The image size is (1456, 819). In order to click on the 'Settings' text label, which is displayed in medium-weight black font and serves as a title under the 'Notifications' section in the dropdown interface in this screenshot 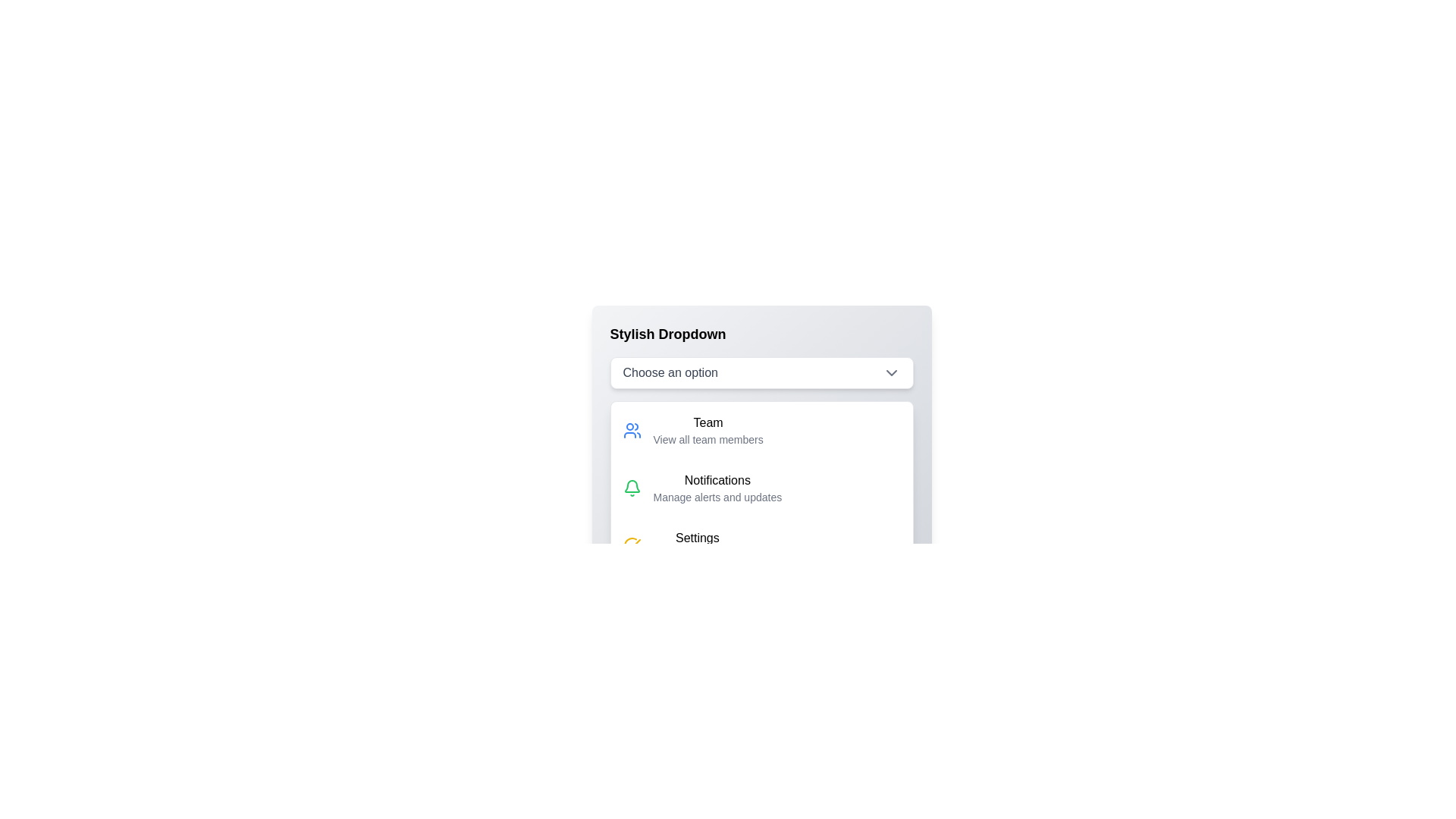, I will do `click(696, 537)`.